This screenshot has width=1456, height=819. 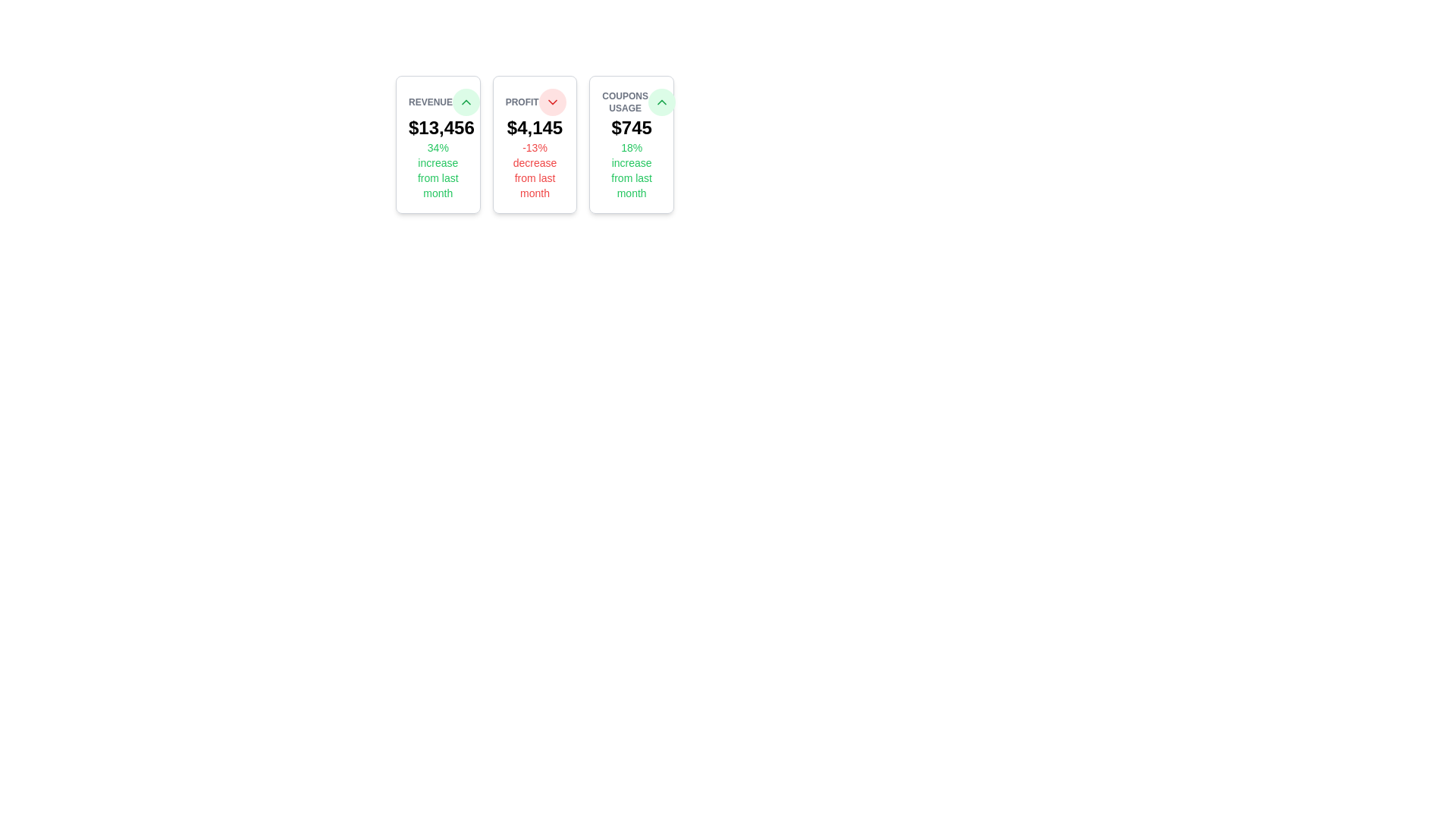 What do you see at coordinates (625, 102) in the screenshot?
I see `the Static Text Label displaying 'COUPONS USAGE' at the top left of the third card in a horizontal row of cards` at bounding box center [625, 102].